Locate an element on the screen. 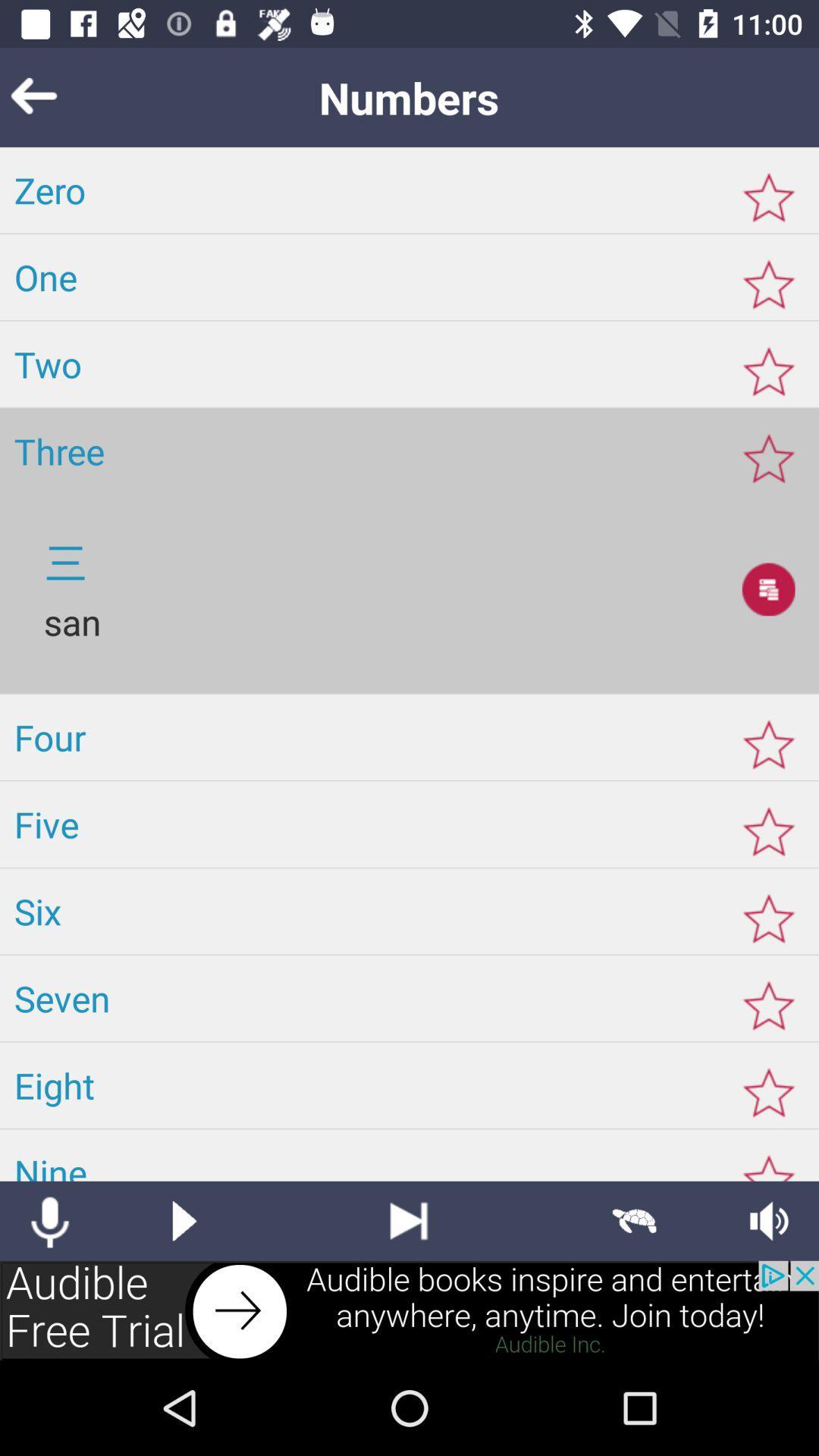 This screenshot has height=1456, width=819. the microphone icon is located at coordinates (49, 1221).